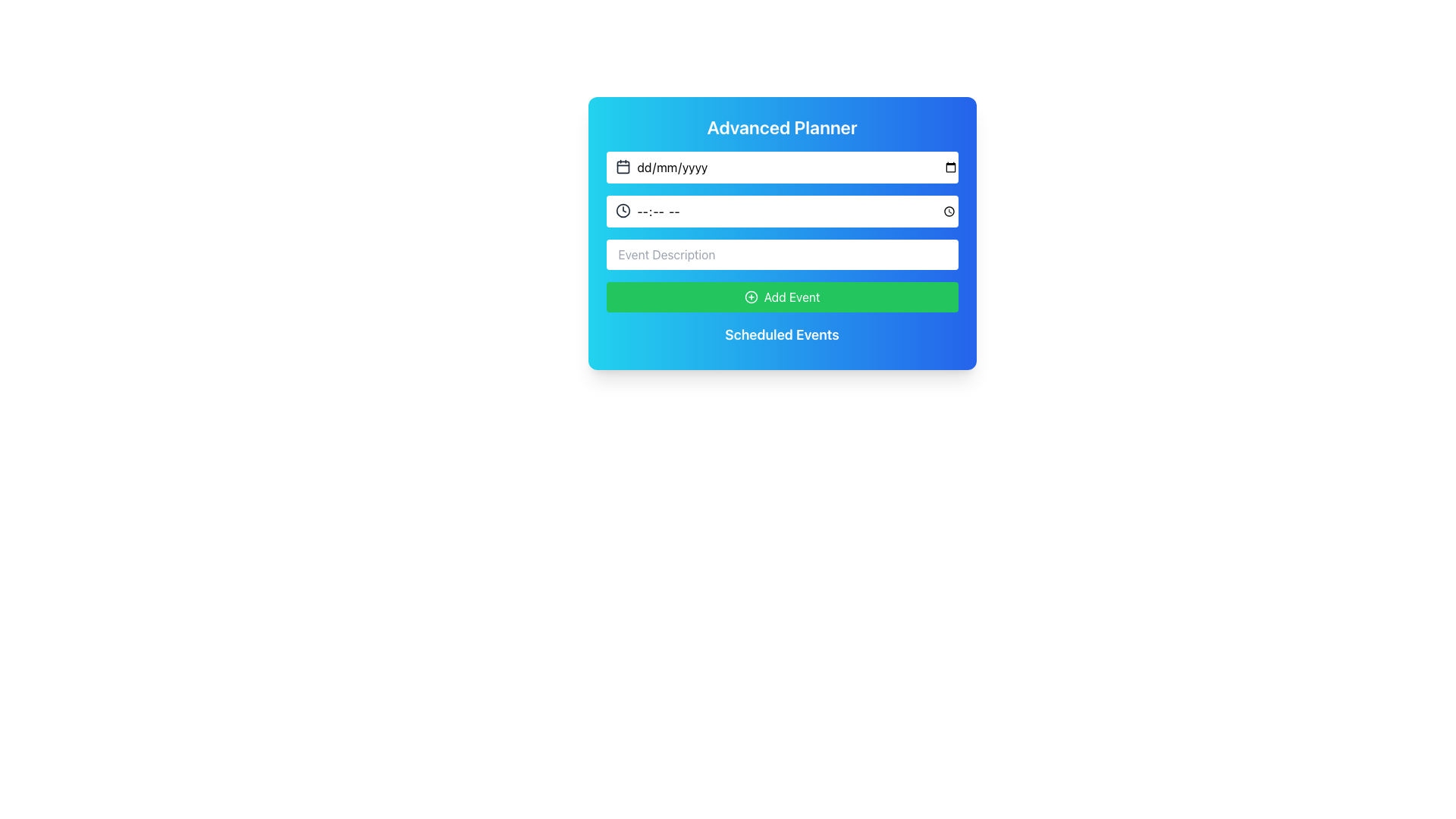 The width and height of the screenshot is (1456, 819). Describe the element at coordinates (623, 167) in the screenshot. I see `the rectangular shape with soft rounded corners within the calendar icon on the left side of the date input in the 'Advanced Planner' interface` at that location.